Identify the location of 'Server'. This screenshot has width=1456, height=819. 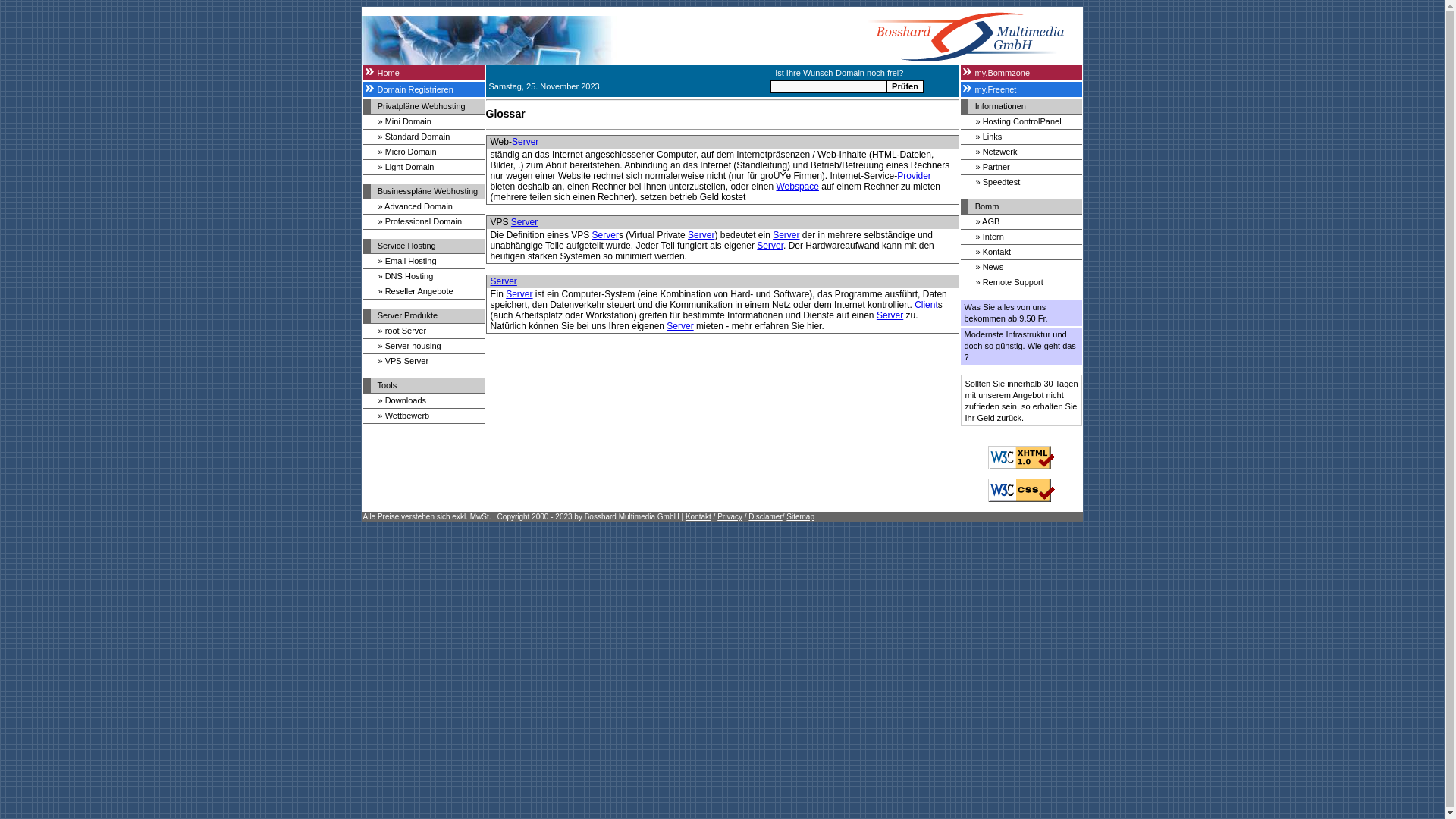
(525, 141).